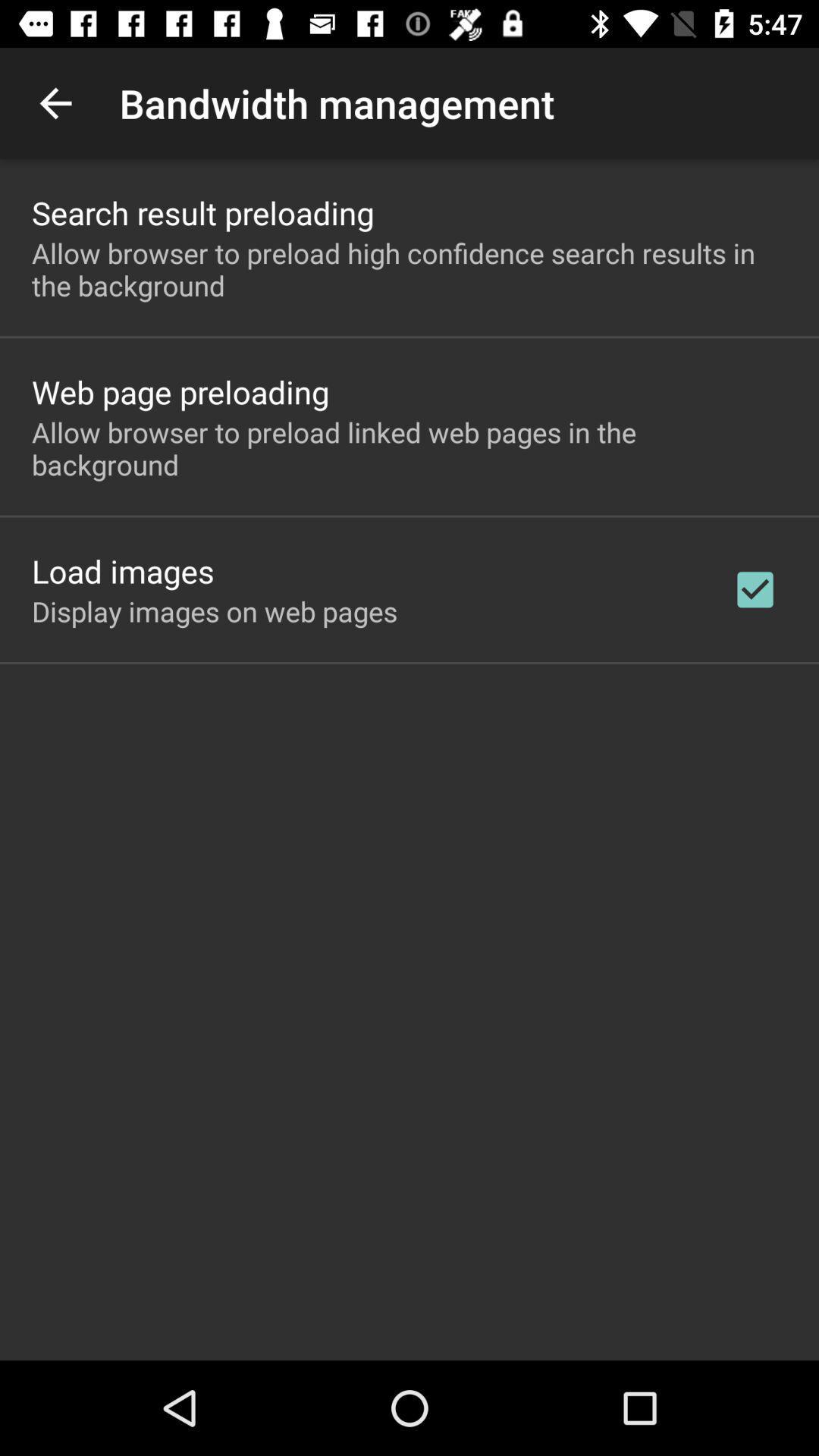  What do you see at coordinates (55, 102) in the screenshot?
I see `the item above the search result preloading` at bounding box center [55, 102].